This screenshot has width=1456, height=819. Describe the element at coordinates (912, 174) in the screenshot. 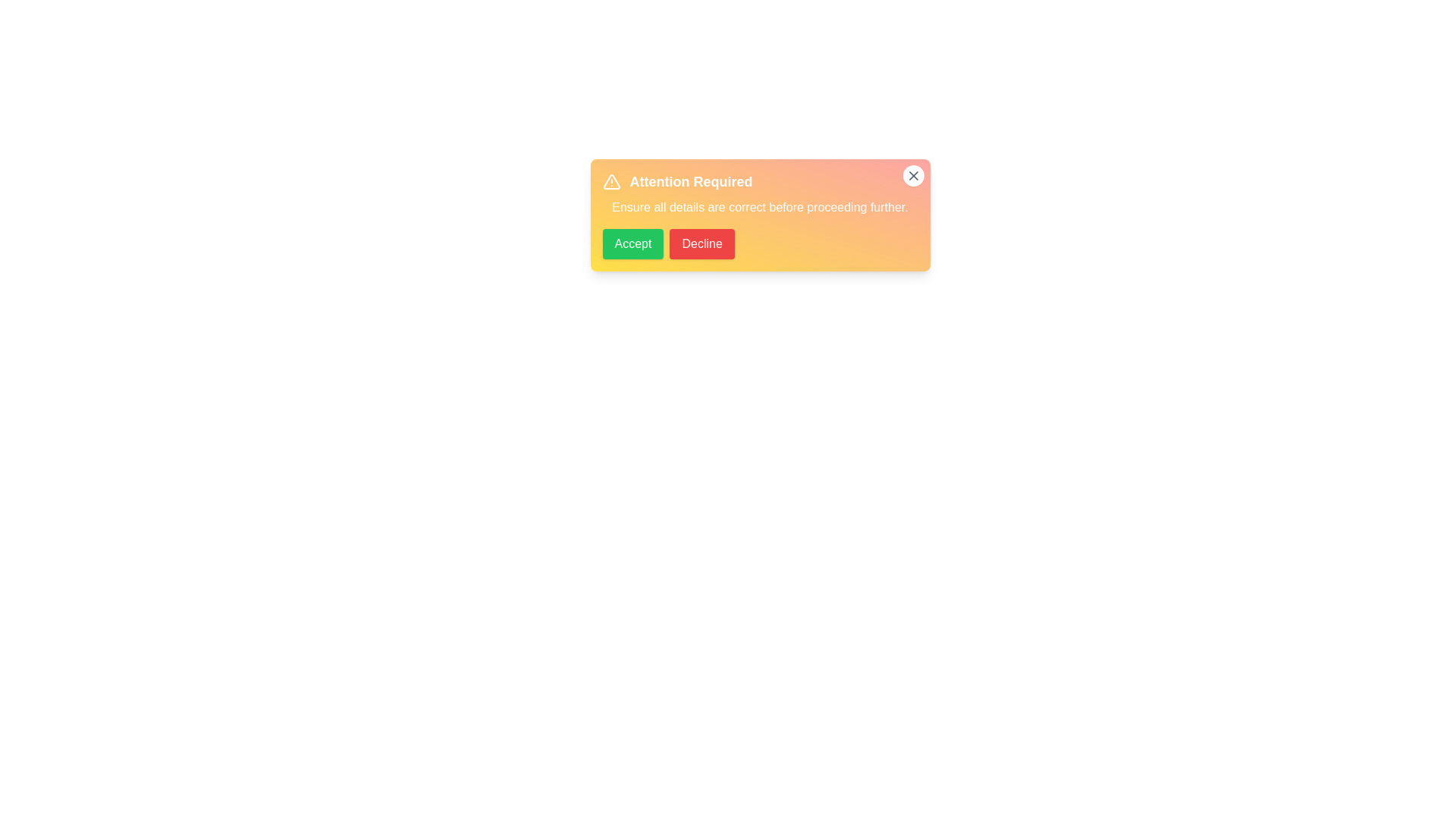

I see `the close button at the top-right corner of the notification alert` at that location.